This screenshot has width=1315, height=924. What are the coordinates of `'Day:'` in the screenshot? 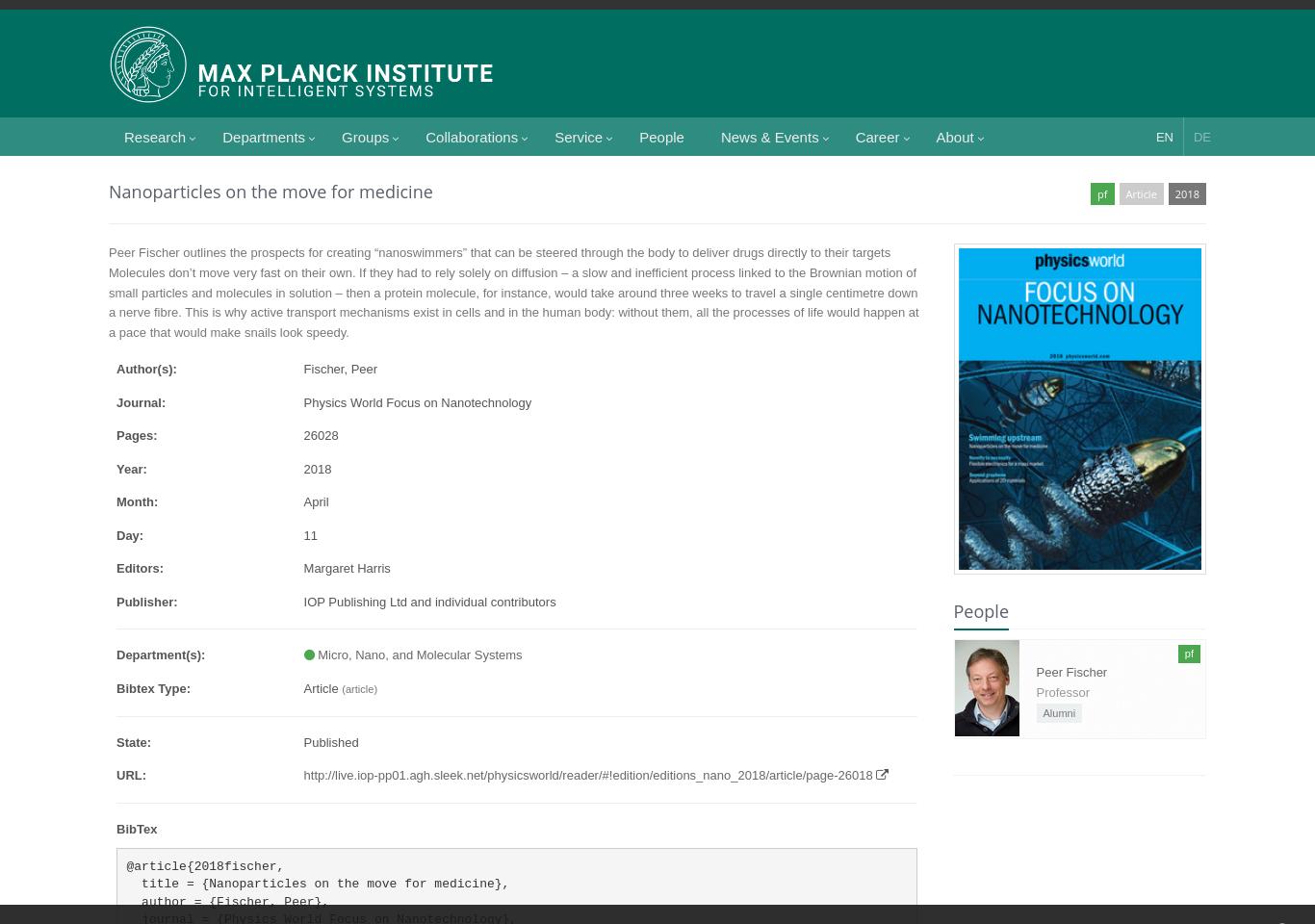 It's located at (128, 534).